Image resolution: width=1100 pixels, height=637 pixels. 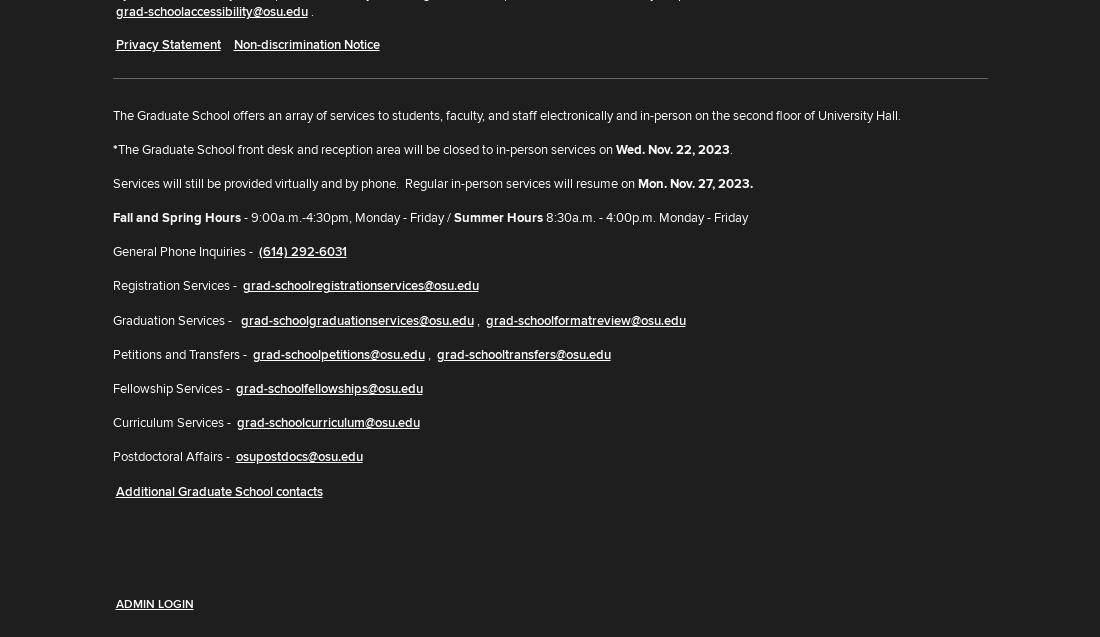 What do you see at coordinates (179, 352) in the screenshot?
I see `'Petitions and Transfers -'` at bounding box center [179, 352].